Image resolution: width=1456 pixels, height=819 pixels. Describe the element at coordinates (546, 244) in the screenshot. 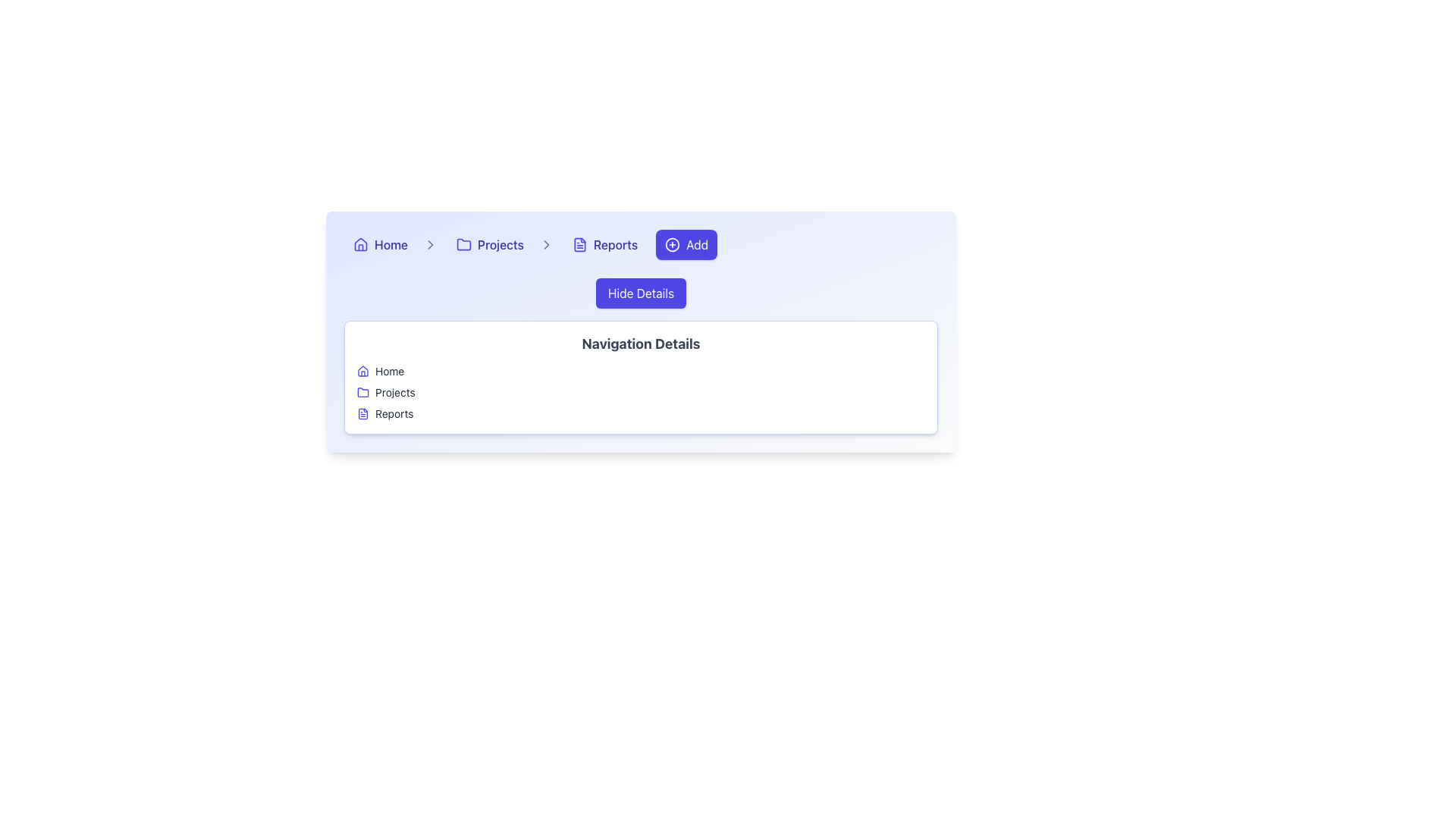

I see `the Icon in the navigation bar that indicates continuation or progression in the navigation hierarchy related to 'Projects'` at that location.